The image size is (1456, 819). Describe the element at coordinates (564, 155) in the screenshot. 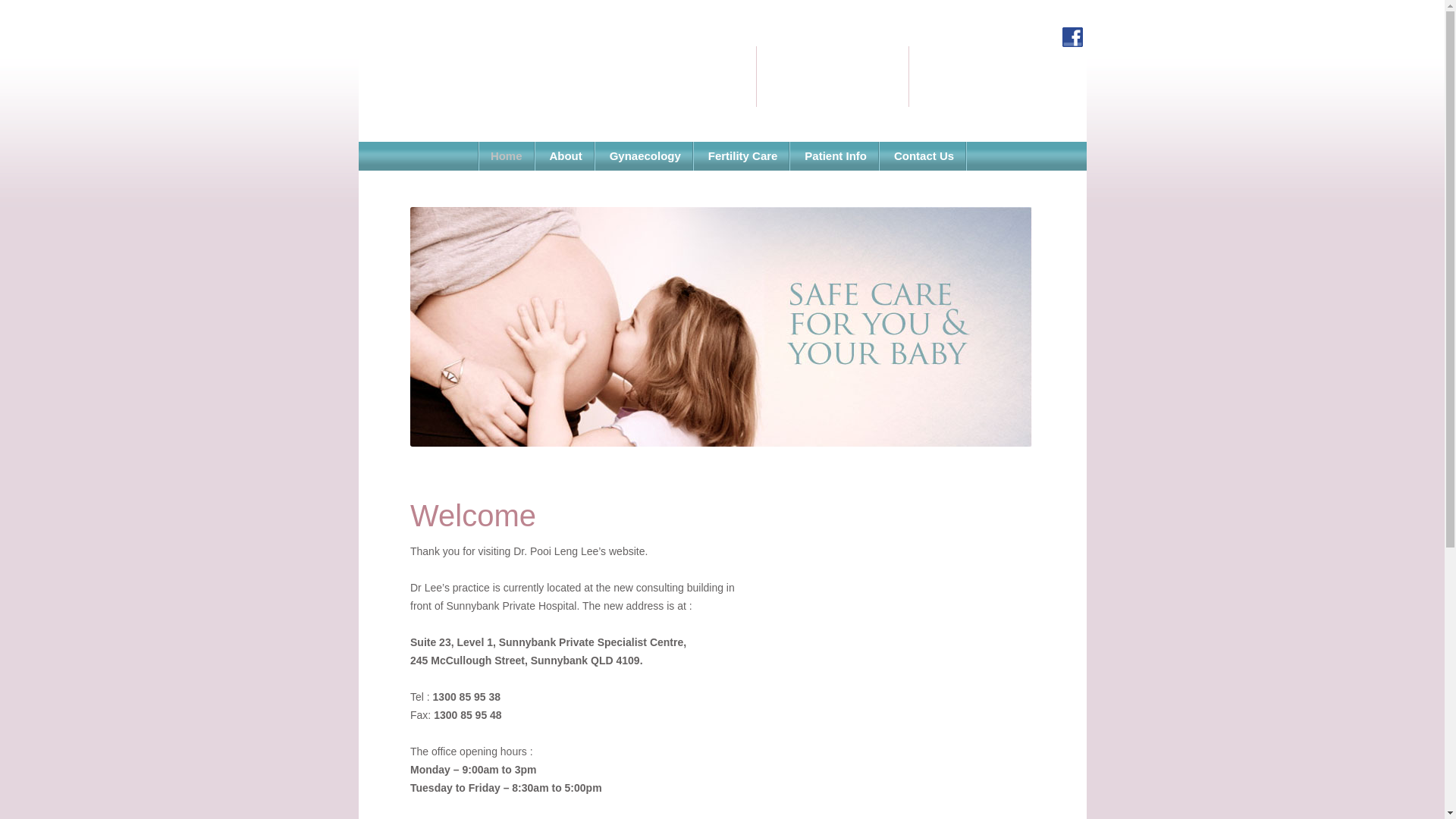

I see `'About'` at that location.